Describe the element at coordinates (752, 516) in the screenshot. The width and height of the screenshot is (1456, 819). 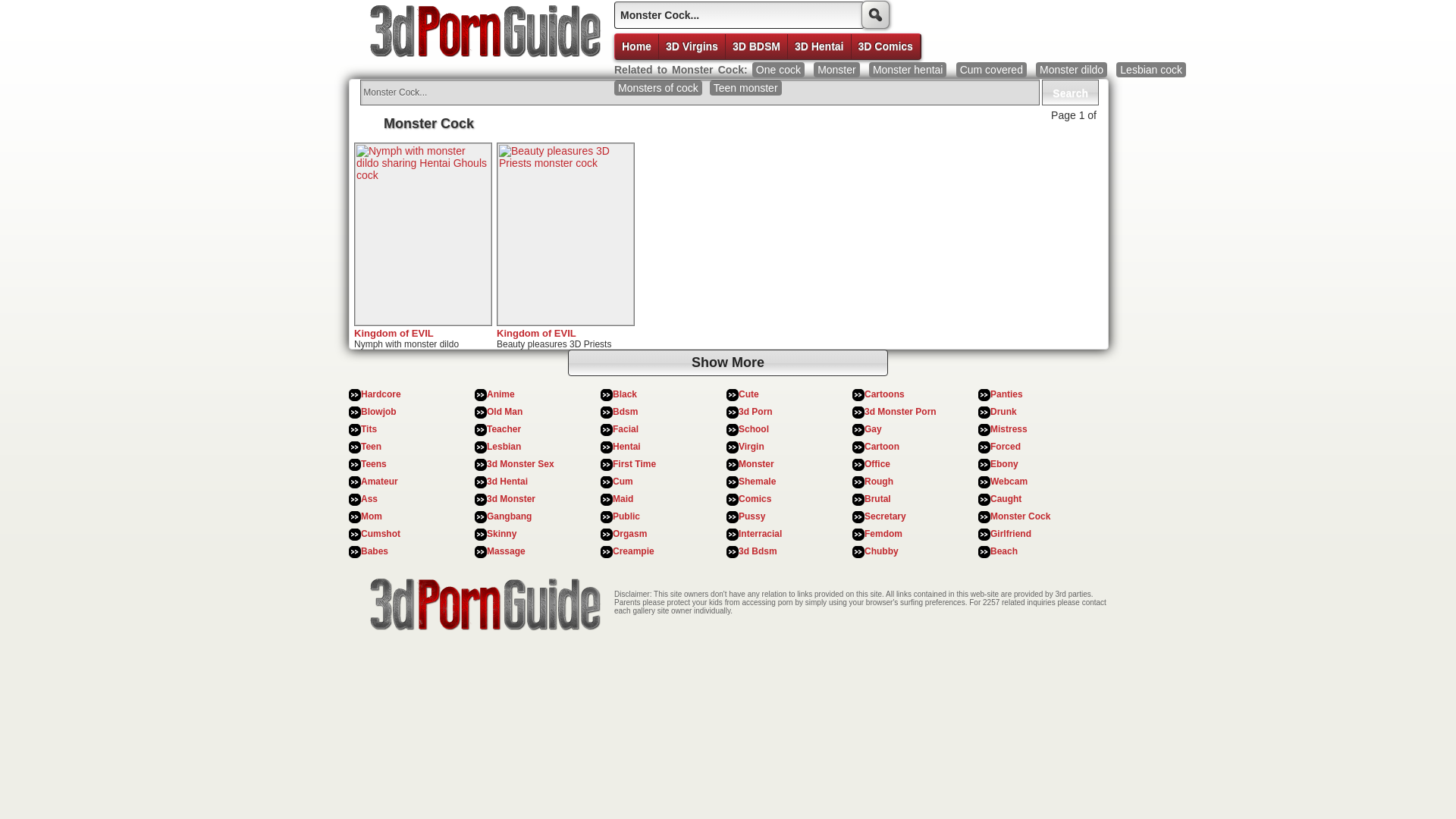
I see `'Pussy'` at that location.